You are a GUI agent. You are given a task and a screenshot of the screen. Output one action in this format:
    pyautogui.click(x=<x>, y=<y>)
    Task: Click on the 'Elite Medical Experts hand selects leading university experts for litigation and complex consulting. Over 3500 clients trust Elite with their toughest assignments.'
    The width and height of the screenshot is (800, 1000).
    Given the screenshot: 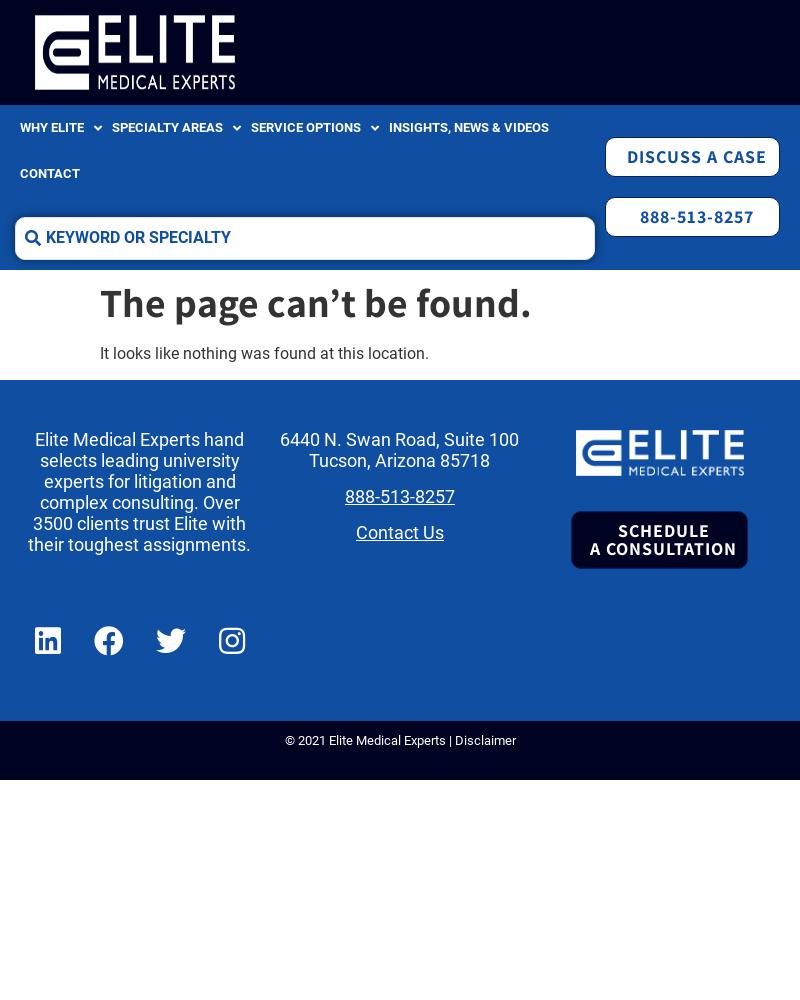 What is the action you would take?
    pyautogui.click(x=139, y=491)
    